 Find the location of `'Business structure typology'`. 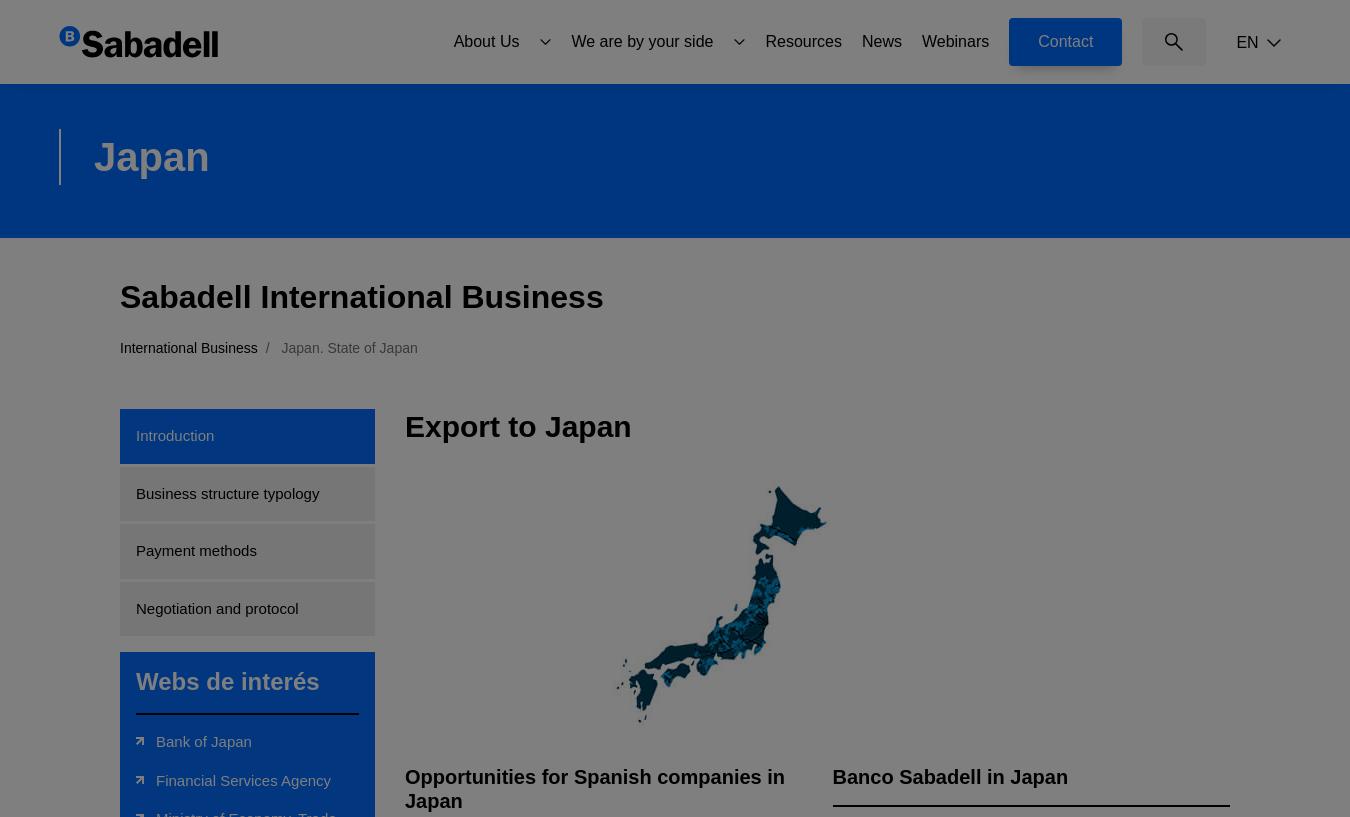

'Business structure typology' is located at coordinates (135, 491).